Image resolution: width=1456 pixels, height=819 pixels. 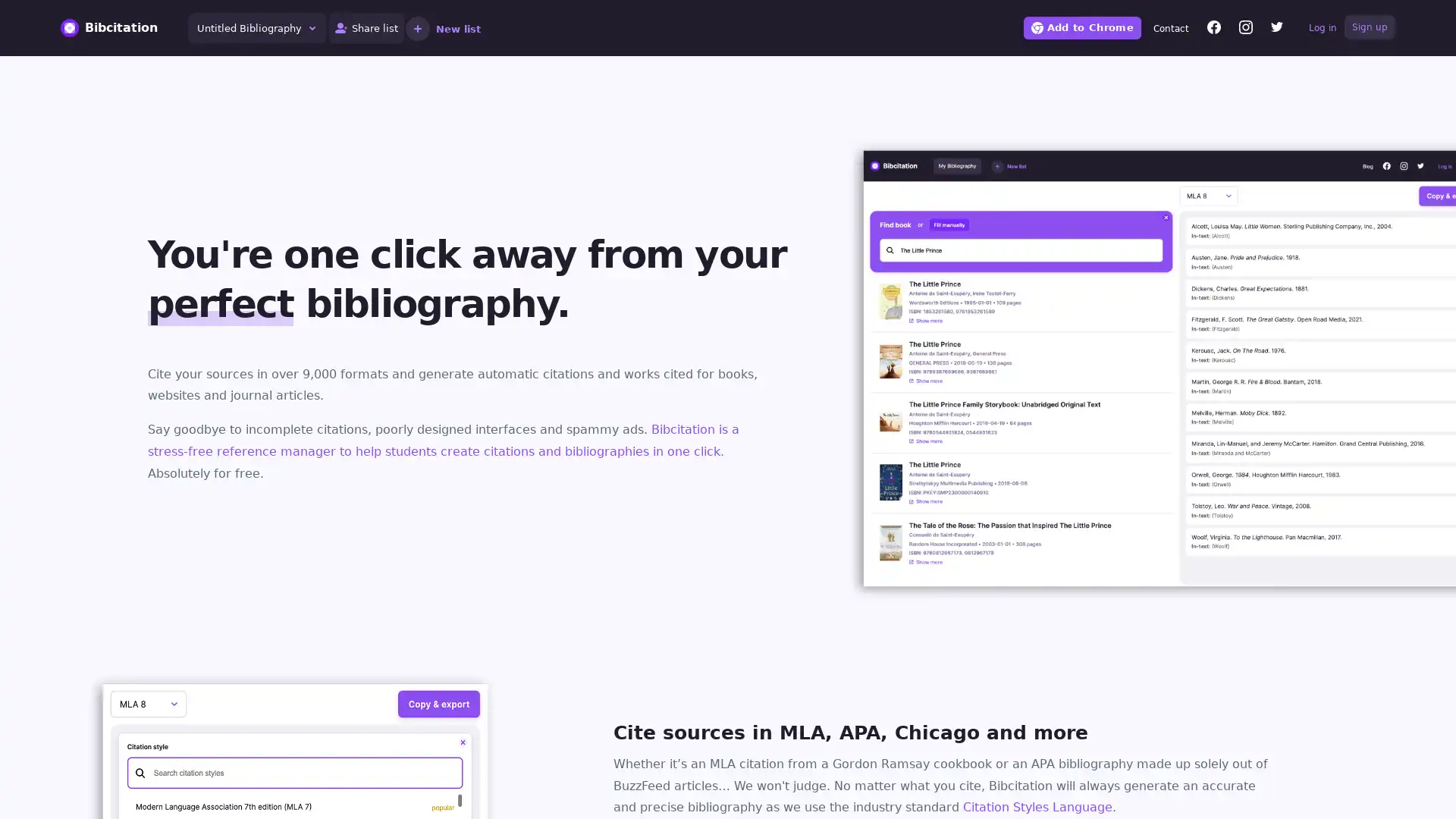 I want to click on Share list, so click(x=366, y=28).